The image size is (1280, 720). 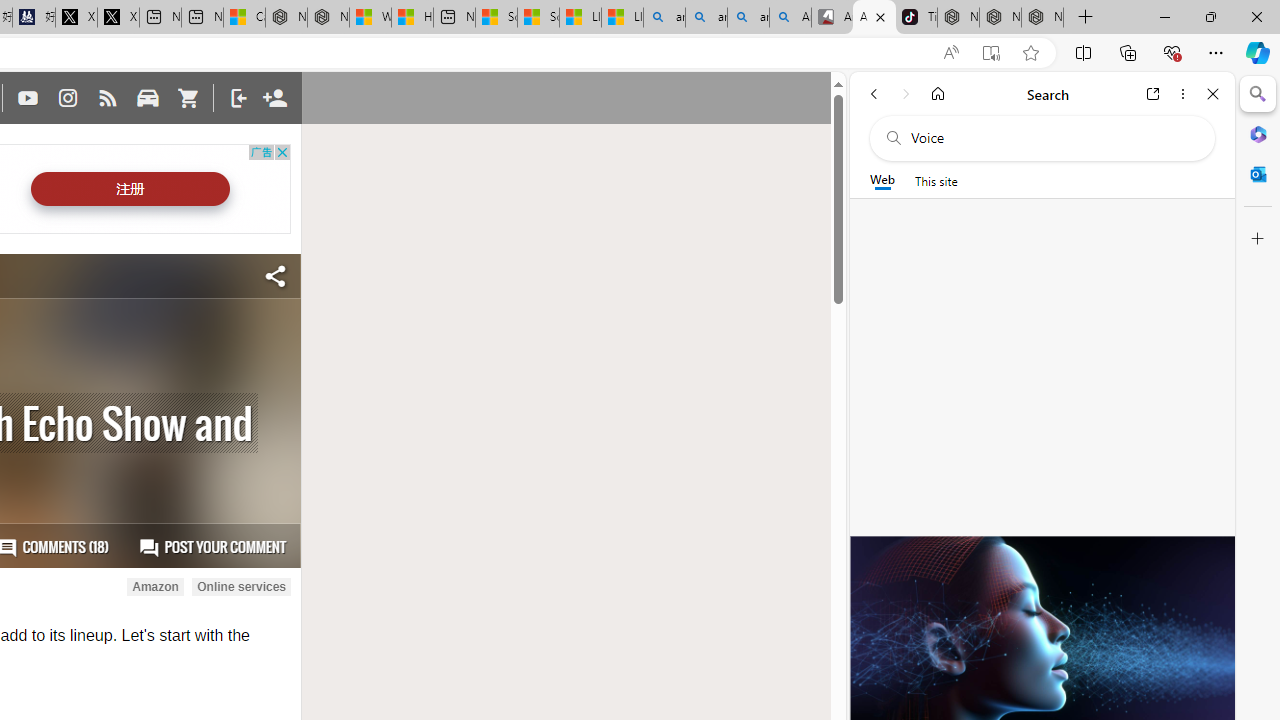 What do you see at coordinates (905, 93) in the screenshot?
I see `'Forward'` at bounding box center [905, 93].